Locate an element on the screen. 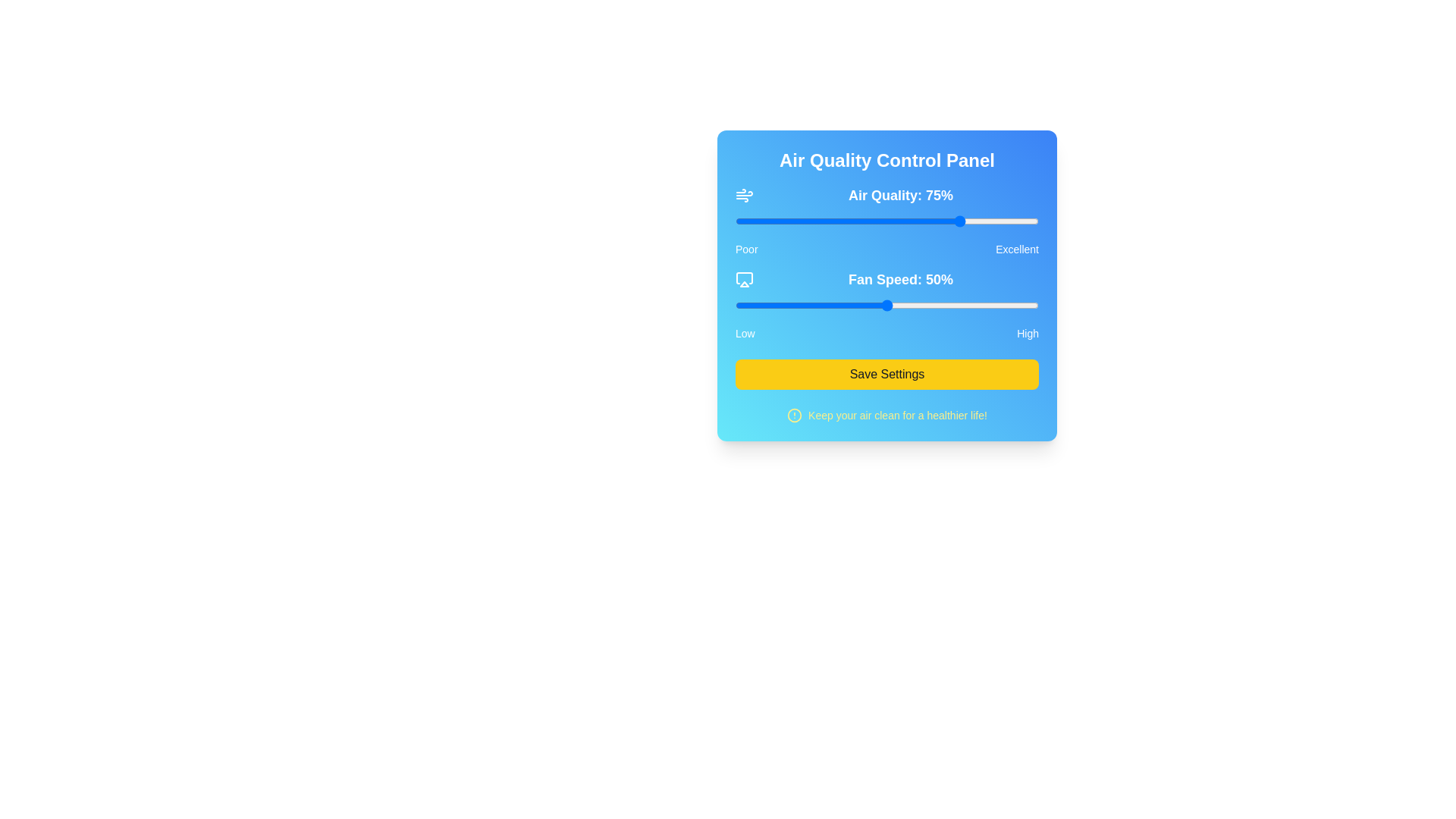 Image resolution: width=1456 pixels, height=819 pixels. the fan speed is located at coordinates (866, 305).